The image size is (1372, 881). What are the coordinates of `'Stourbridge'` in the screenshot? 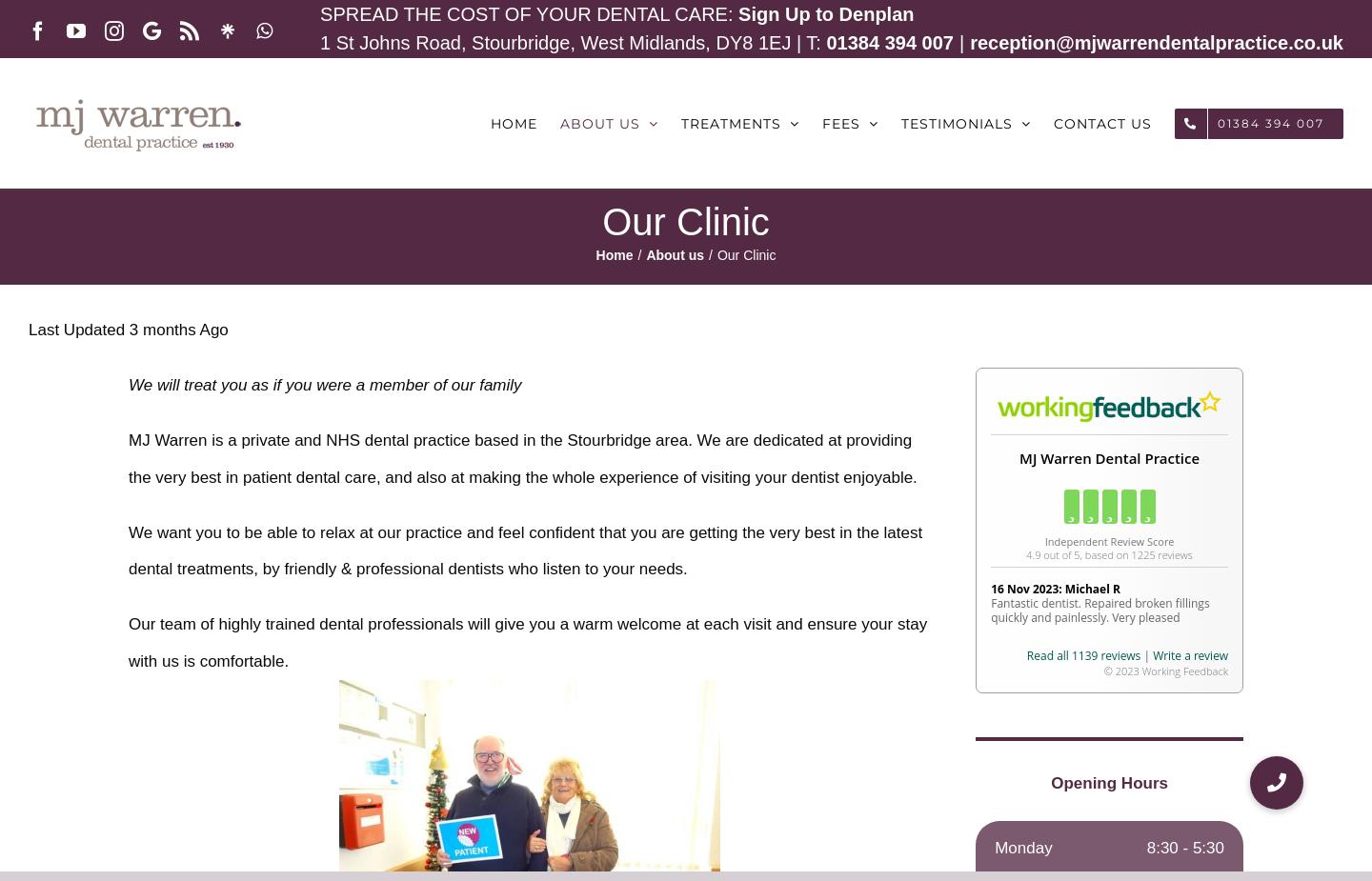 It's located at (607, 439).